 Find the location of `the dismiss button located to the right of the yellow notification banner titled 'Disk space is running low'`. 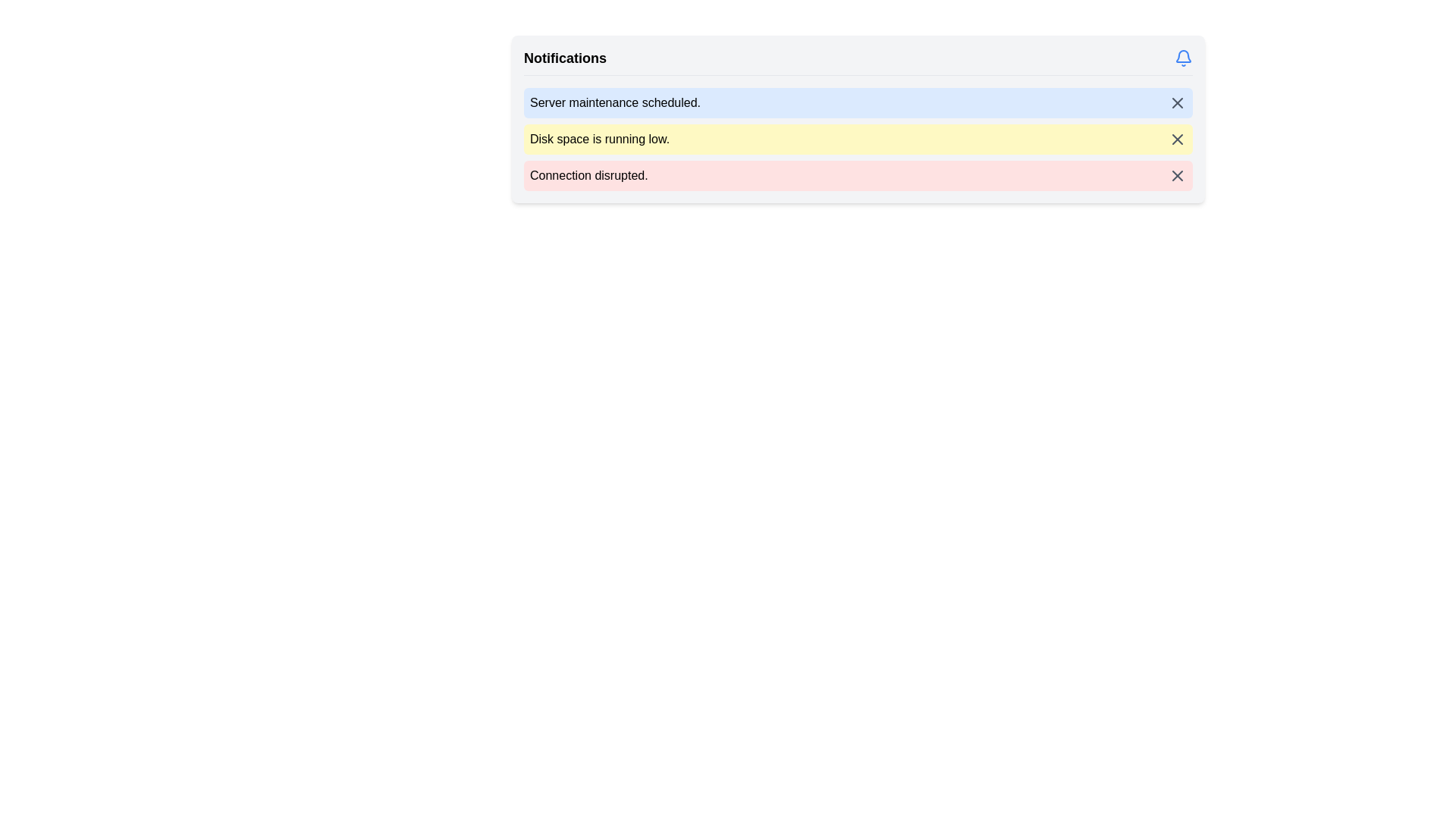

the dismiss button located to the right of the yellow notification banner titled 'Disk space is running low' is located at coordinates (1177, 140).